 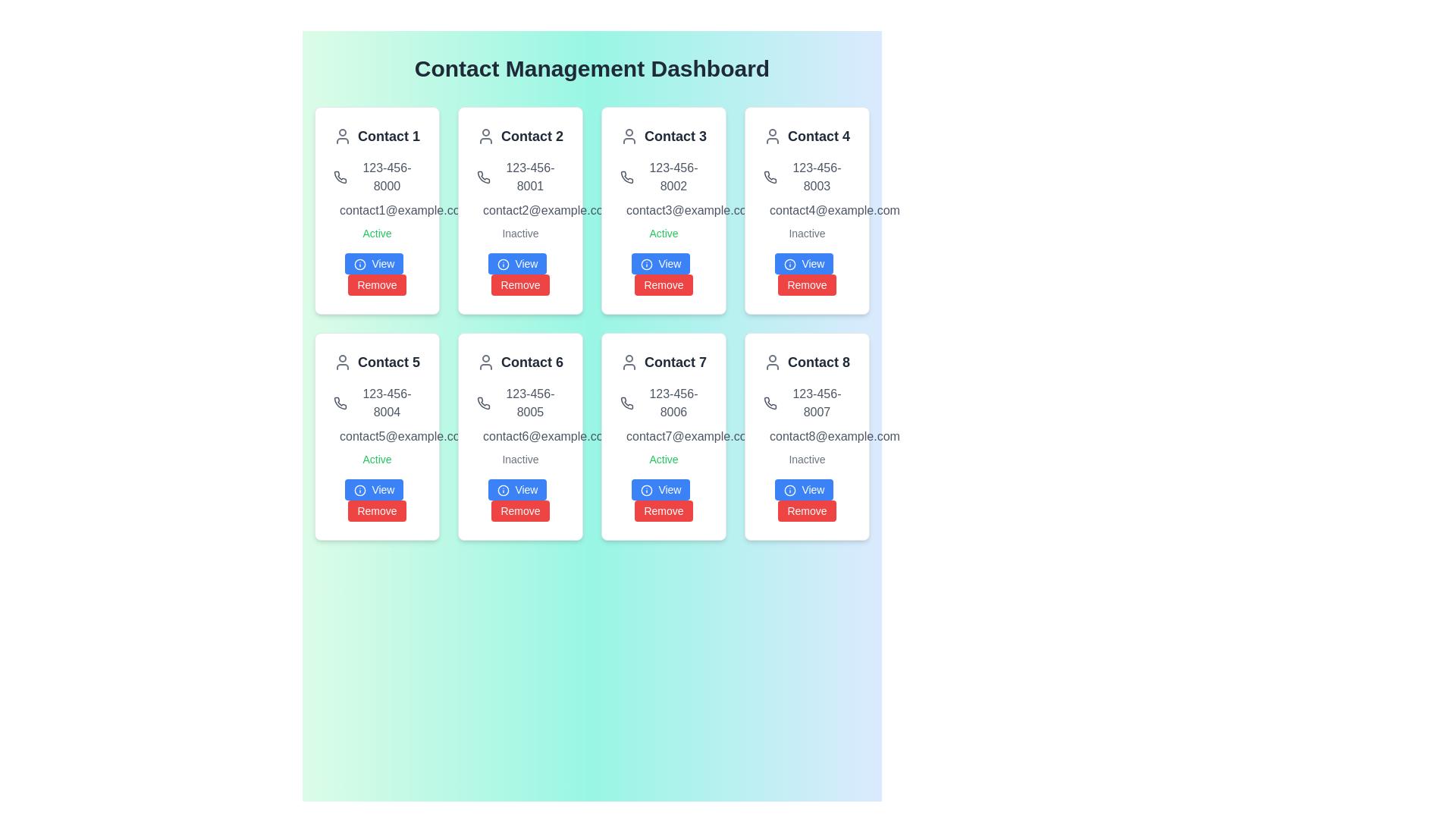 What do you see at coordinates (770, 177) in the screenshot?
I see `the phone contact icon located to the left of the phone number '123-456-8003' under 'Contact 4'` at bounding box center [770, 177].